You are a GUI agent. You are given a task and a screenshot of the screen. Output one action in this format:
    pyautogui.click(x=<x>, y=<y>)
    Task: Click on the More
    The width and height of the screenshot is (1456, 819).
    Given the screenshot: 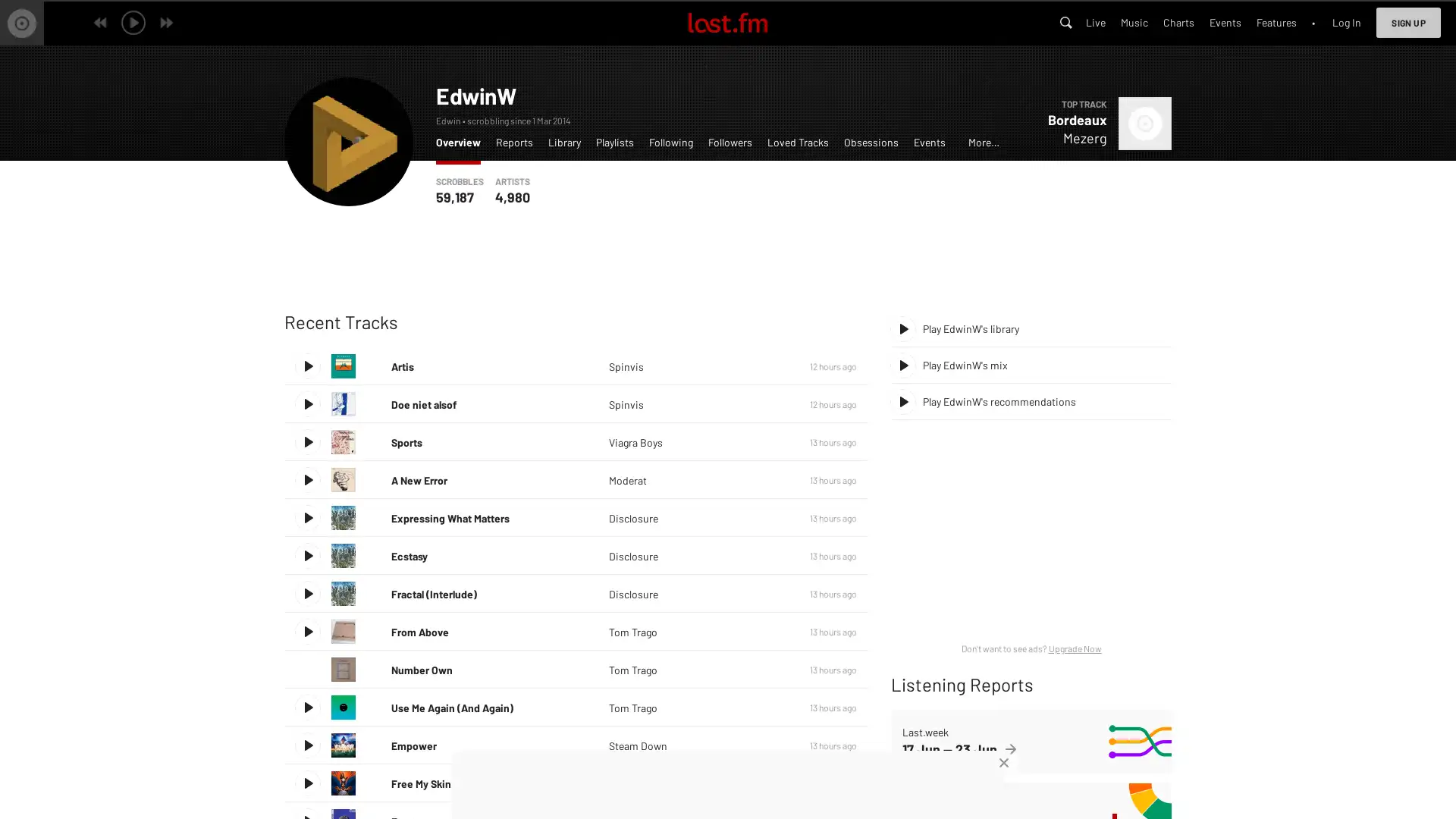 What is the action you would take?
    pyautogui.click(x=764, y=745)
    